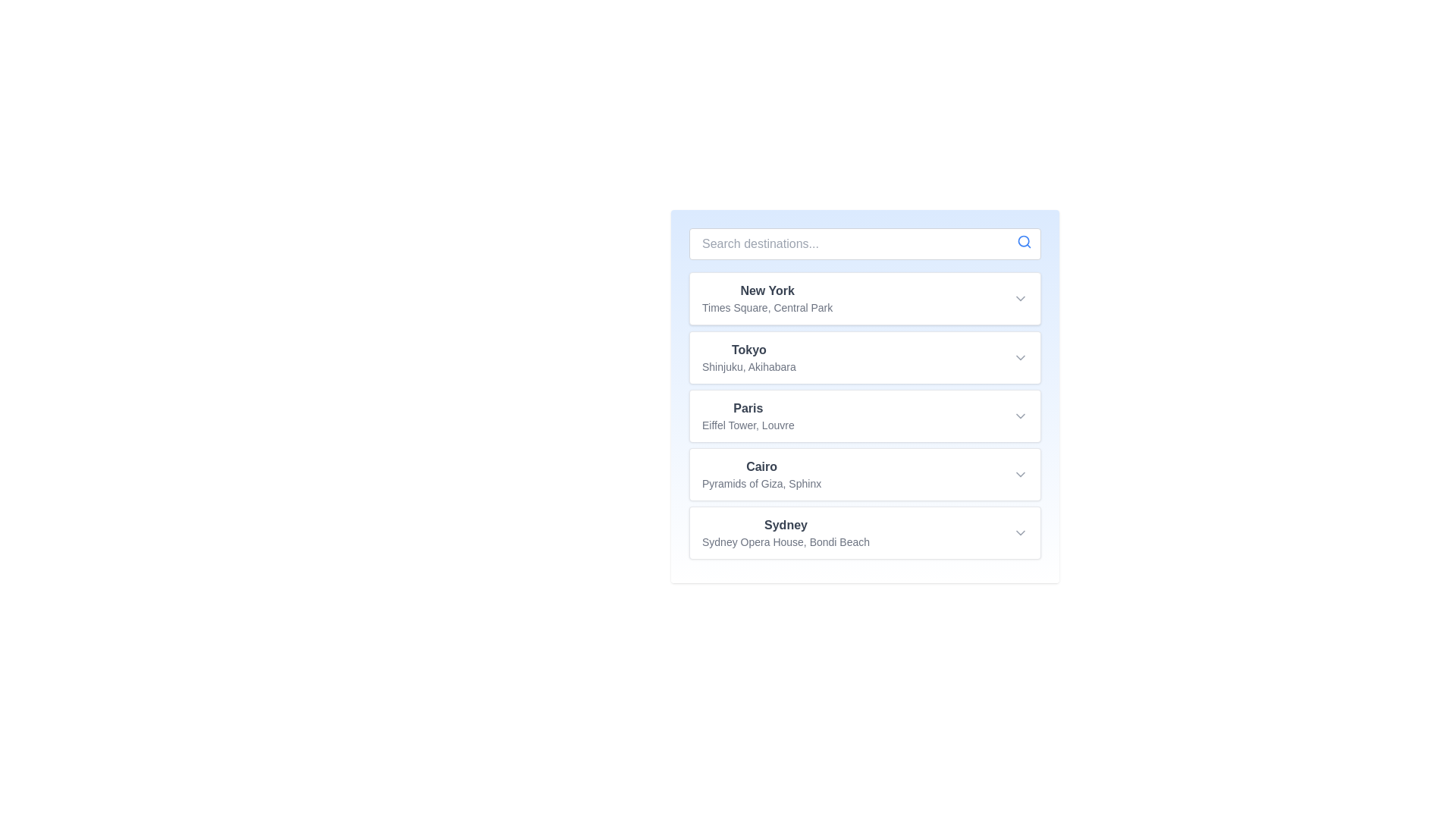 This screenshot has height=819, width=1456. I want to click on the expand/collapse icon on the far-right side of the 'Paris' entry in the dropdown list, so click(1020, 416).